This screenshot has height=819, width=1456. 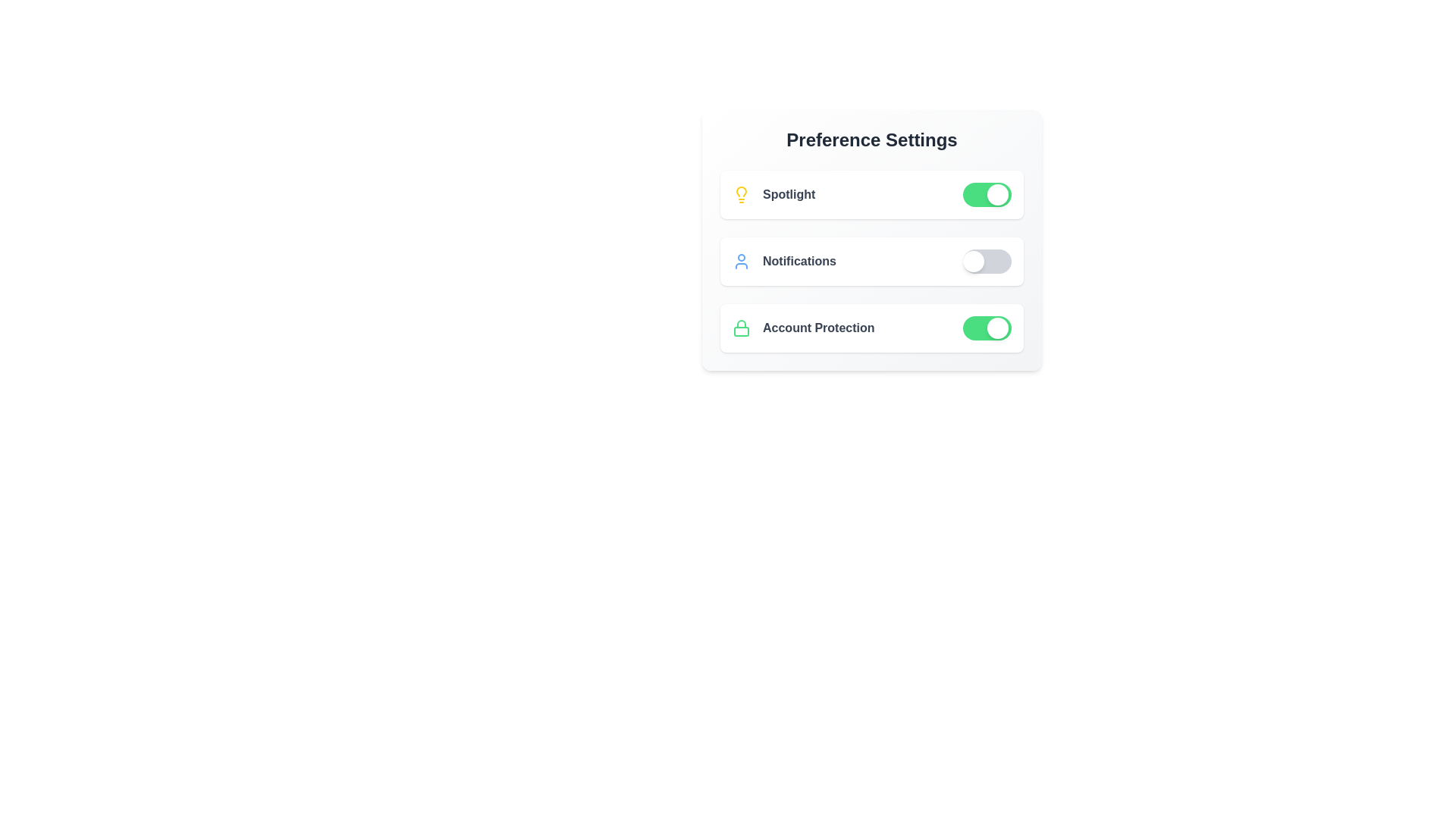 What do you see at coordinates (987, 260) in the screenshot?
I see `the 'Notifications' switch to toggle its state` at bounding box center [987, 260].